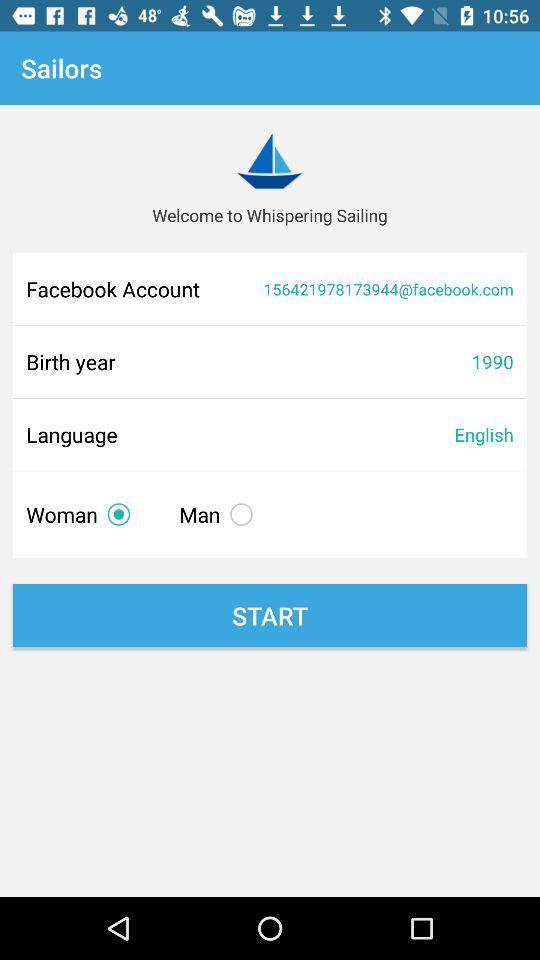 This screenshot has height=960, width=540. Describe the element at coordinates (82, 513) in the screenshot. I see `the woman` at that location.